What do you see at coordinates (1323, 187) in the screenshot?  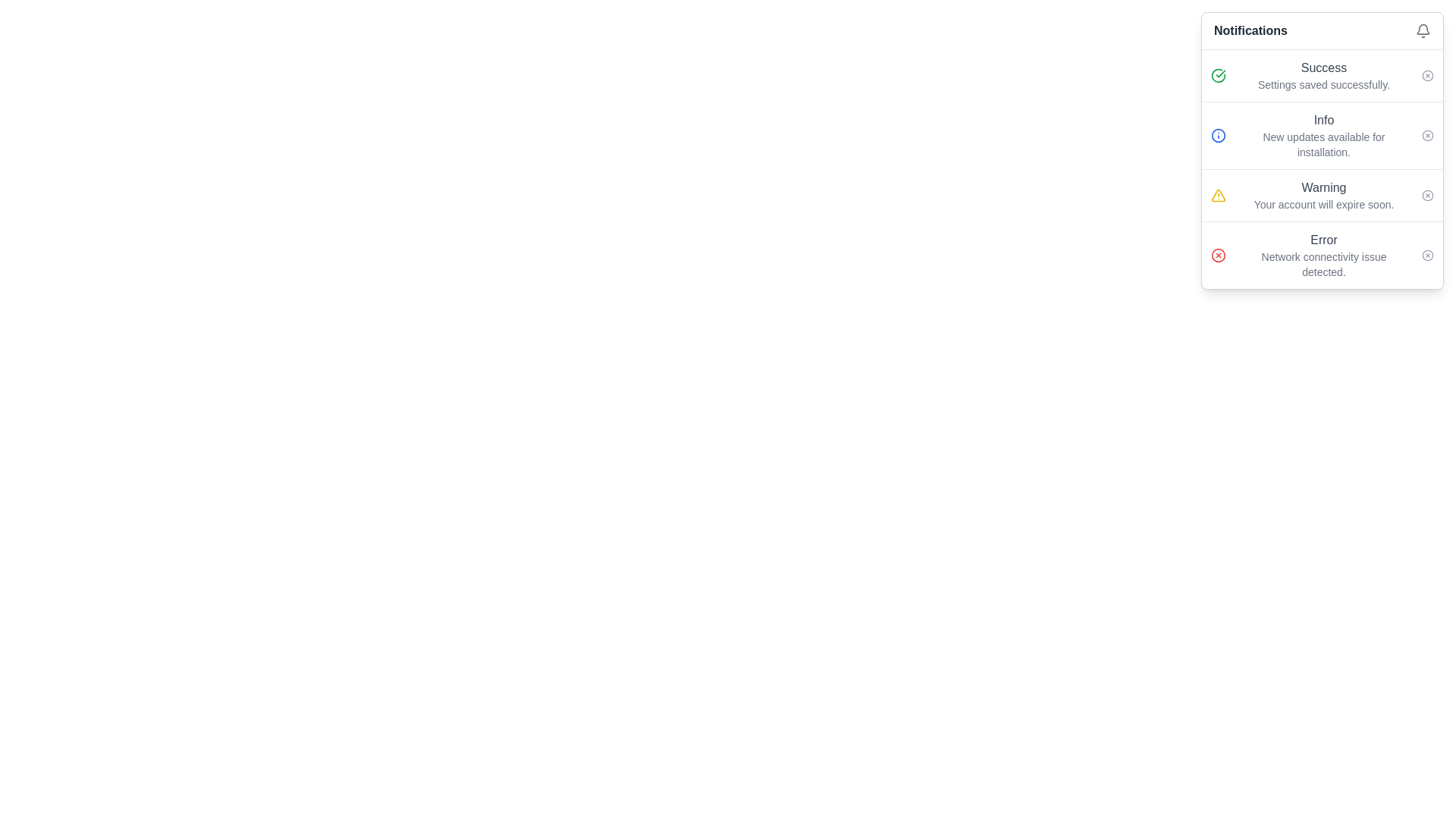 I see `the 'Warning' text label, which is styled in medium gray and bold, located in the right-hand notification panel above the text 'Your account will expire soon.'` at bounding box center [1323, 187].